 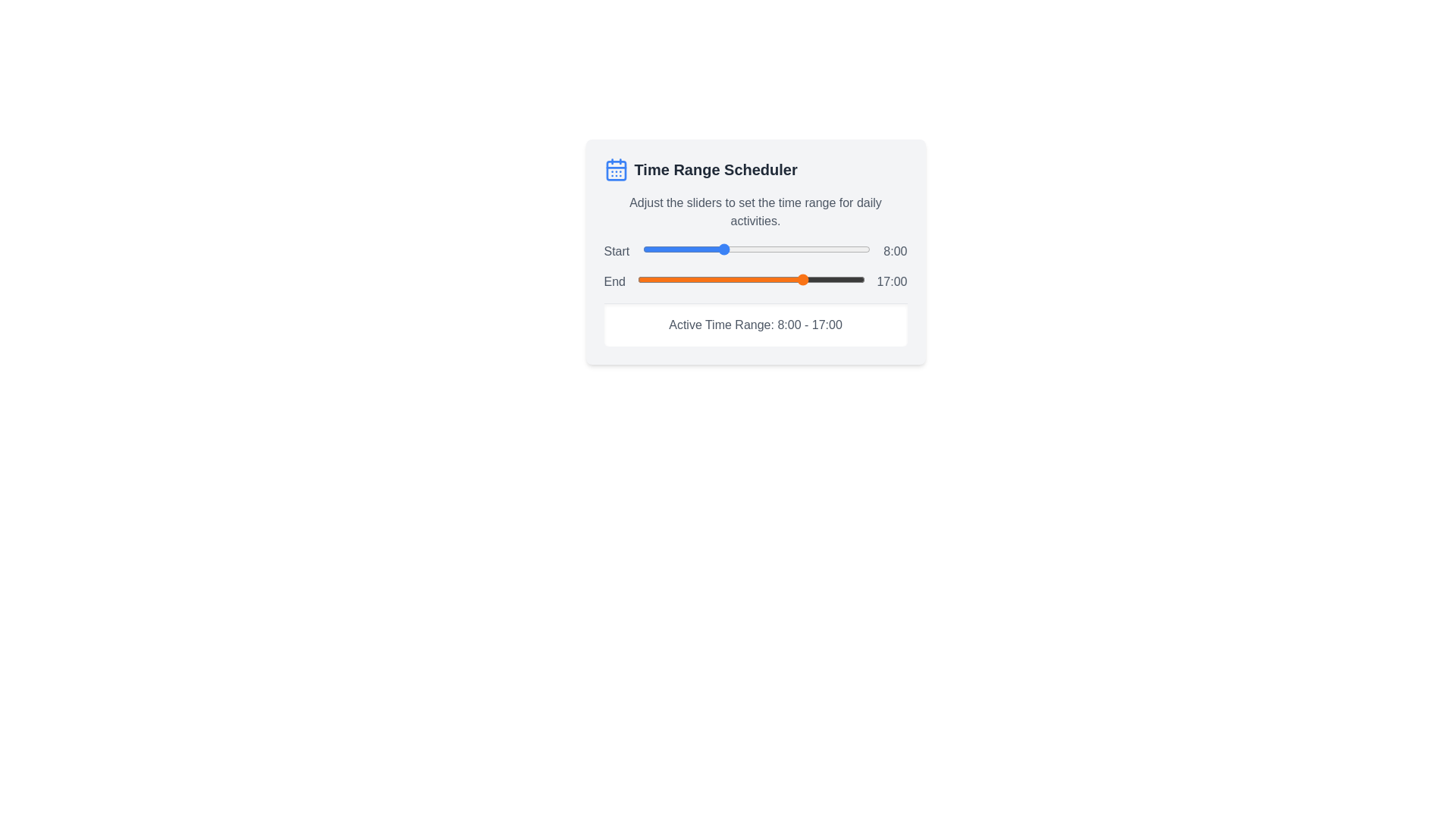 I want to click on the start time slider to 6 hours, so click(x=701, y=248).